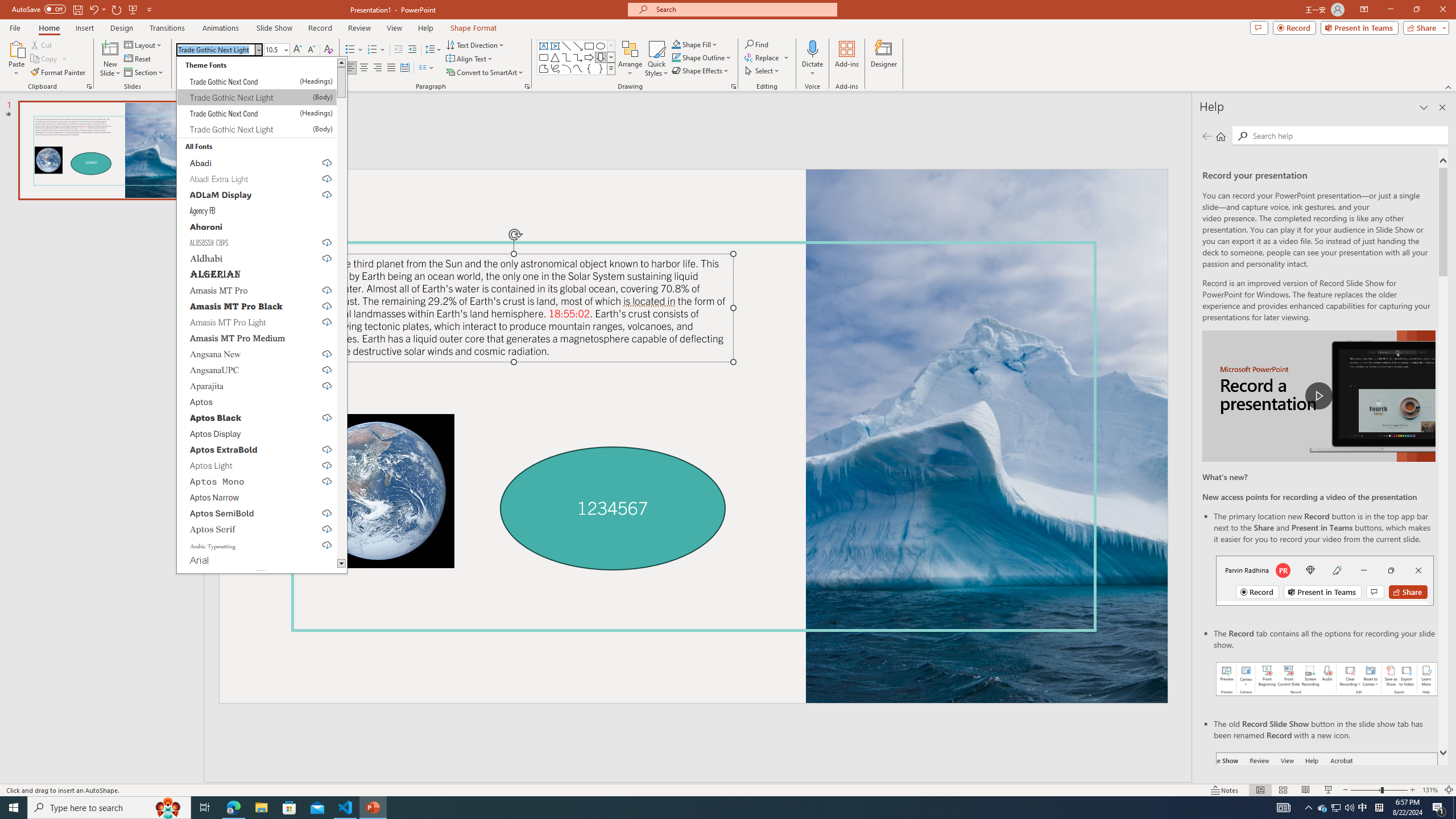  What do you see at coordinates (138, 59) in the screenshot?
I see `'Reset'` at bounding box center [138, 59].